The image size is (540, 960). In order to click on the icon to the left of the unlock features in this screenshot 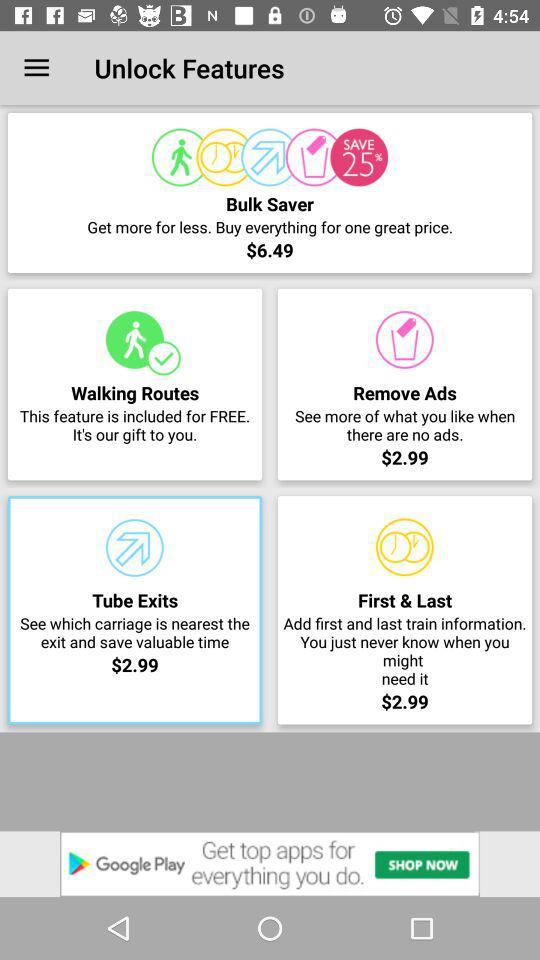, I will do `click(36, 68)`.